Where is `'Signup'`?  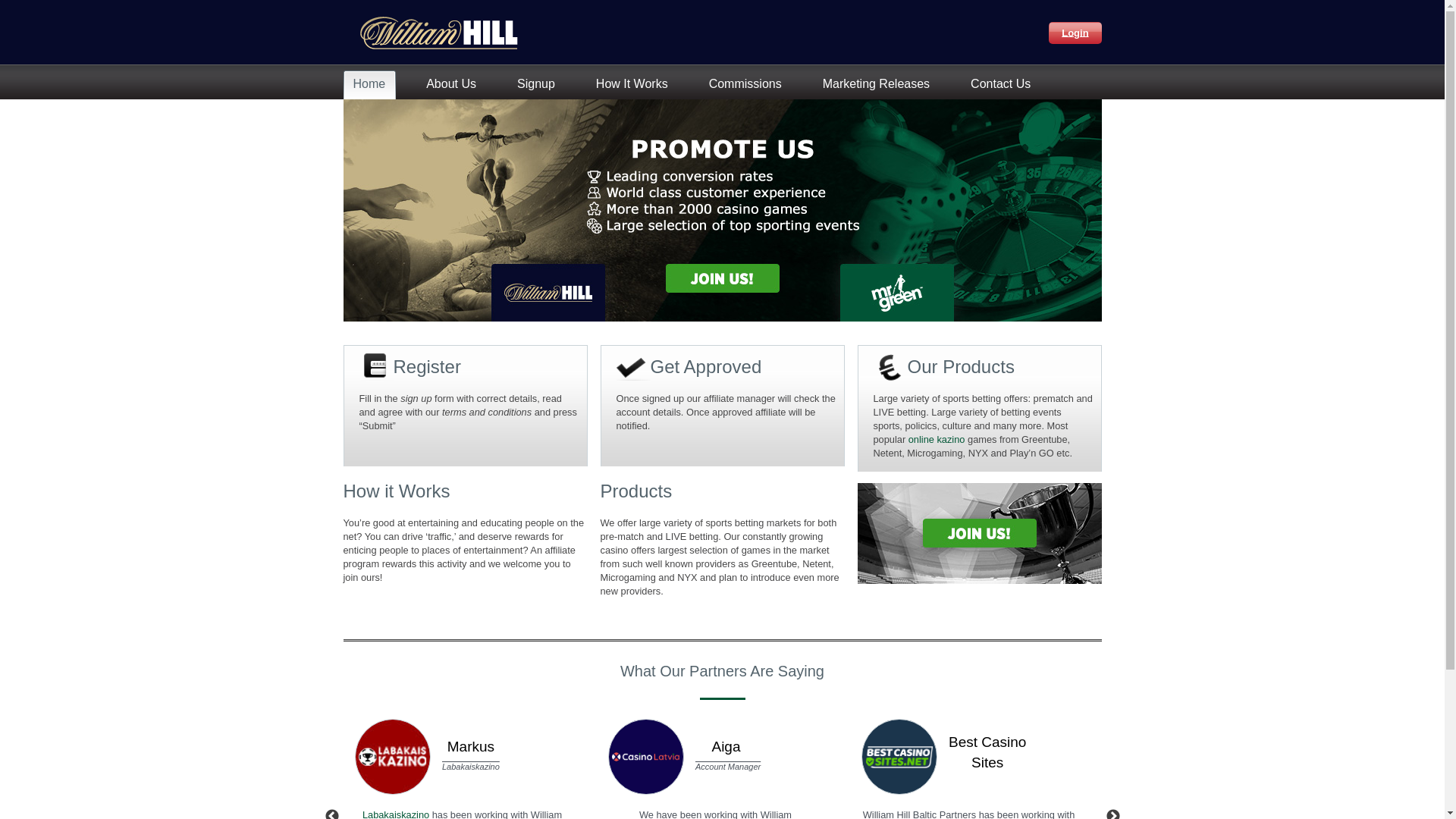
'Signup' is located at coordinates (539, 84).